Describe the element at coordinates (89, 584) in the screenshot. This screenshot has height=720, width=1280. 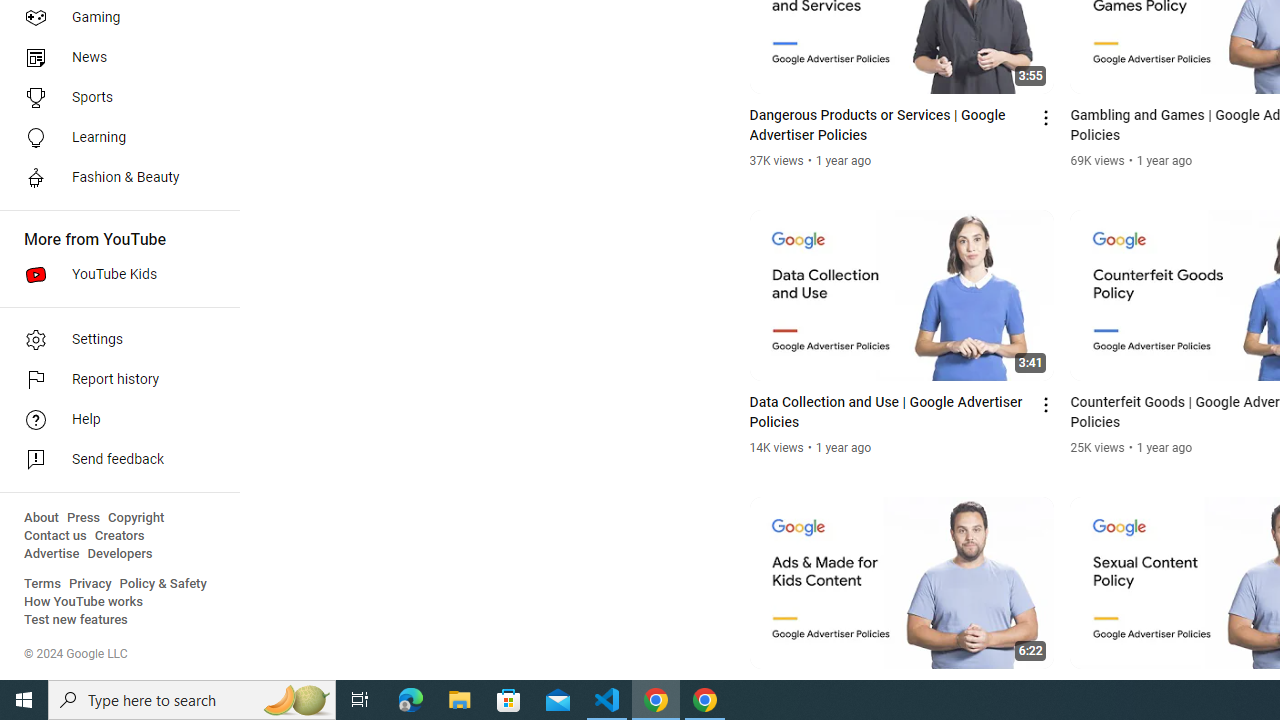
I see `'Privacy'` at that location.